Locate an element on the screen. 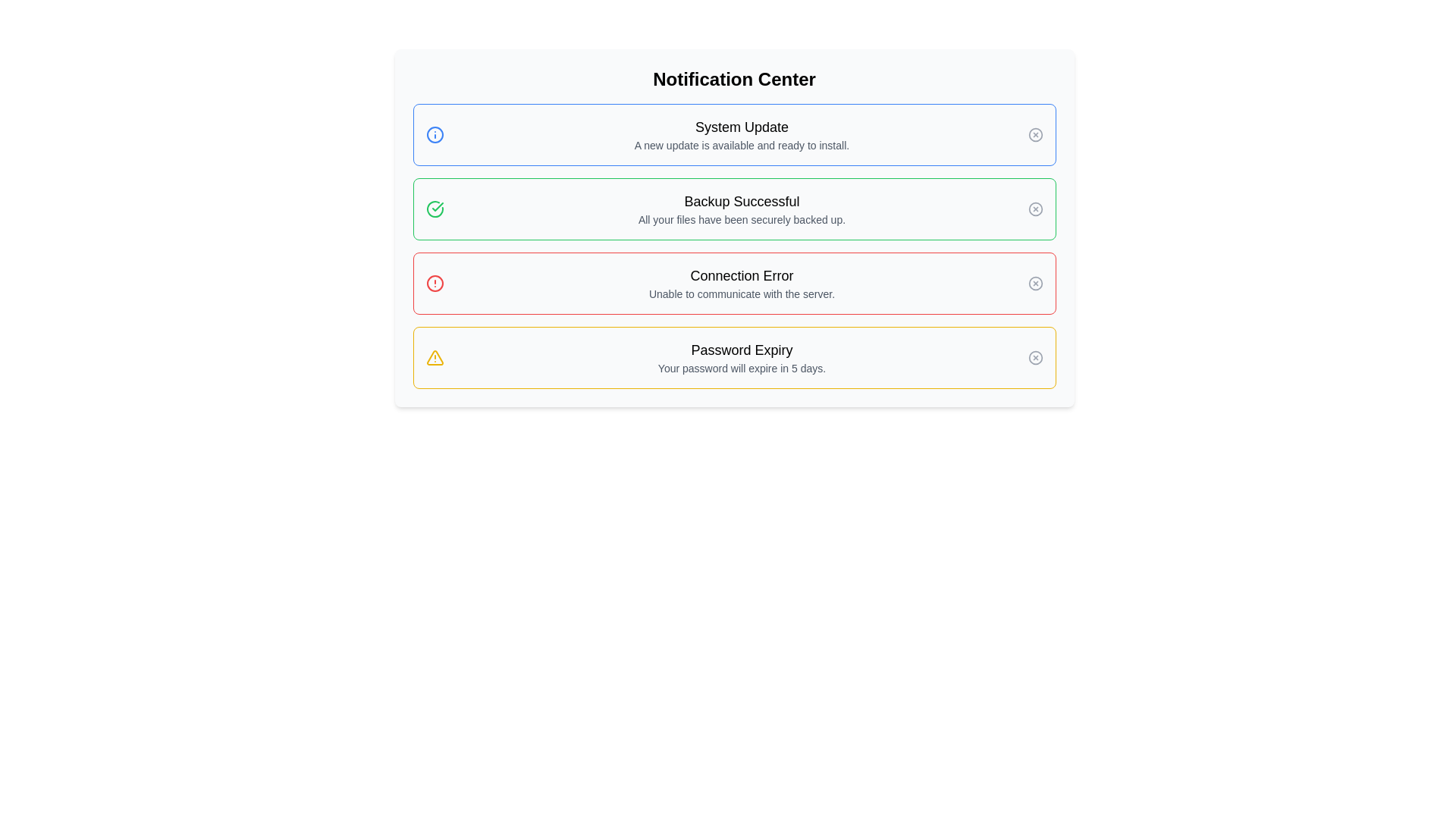 This screenshot has height=819, width=1456. the informational indicator icon located in the upper-left portion of the 'System Update' notification card, which is positioned to the left of the title text and description is located at coordinates (434, 133).